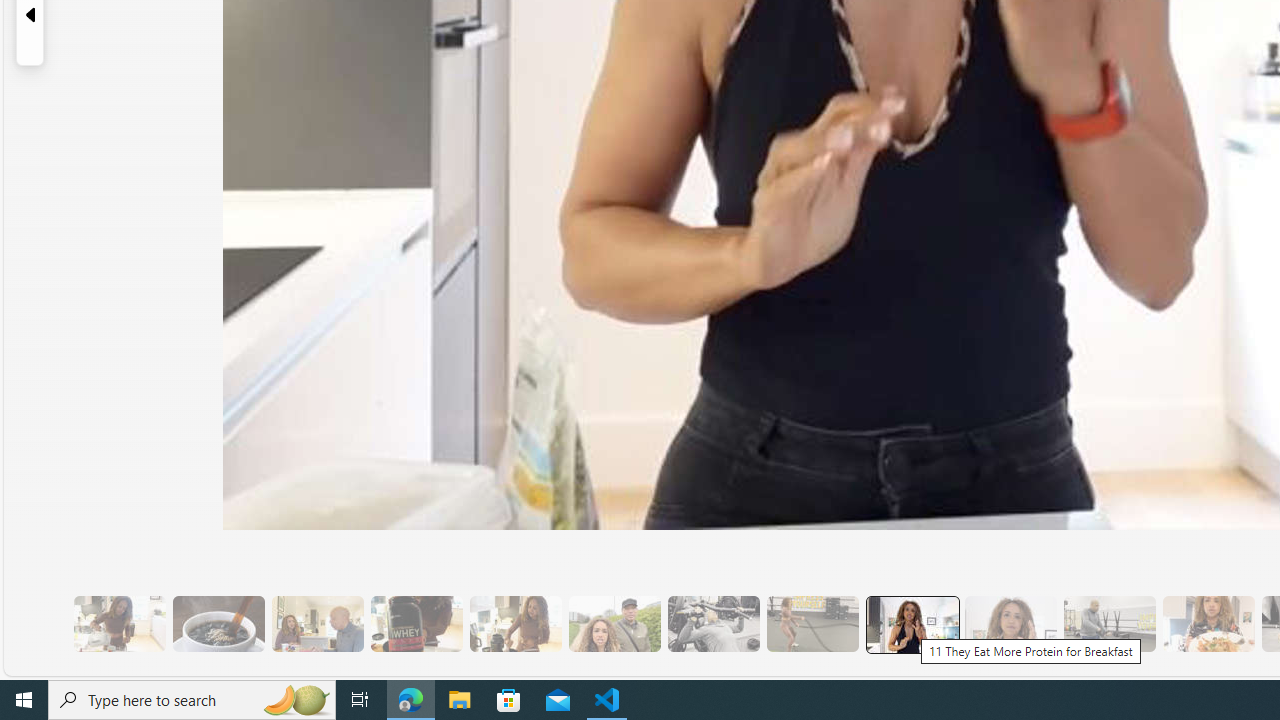 This screenshot has width=1280, height=720. Describe the element at coordinates (515, 623) in the screenshot. I see `'7 They Don'` at that location.